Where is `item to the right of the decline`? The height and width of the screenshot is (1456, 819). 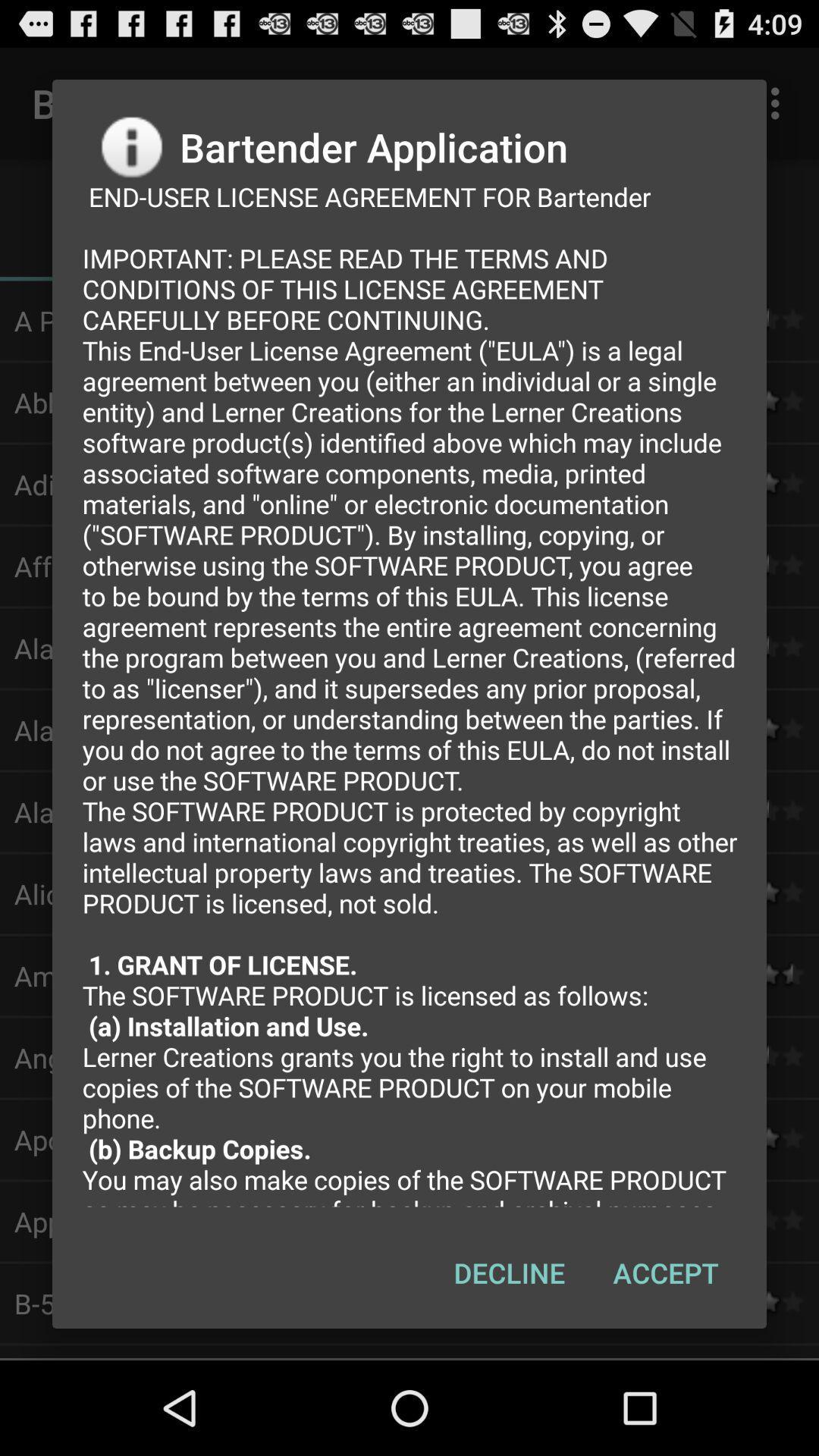
item to the right of the decline is located at coordinates (665, 1272).